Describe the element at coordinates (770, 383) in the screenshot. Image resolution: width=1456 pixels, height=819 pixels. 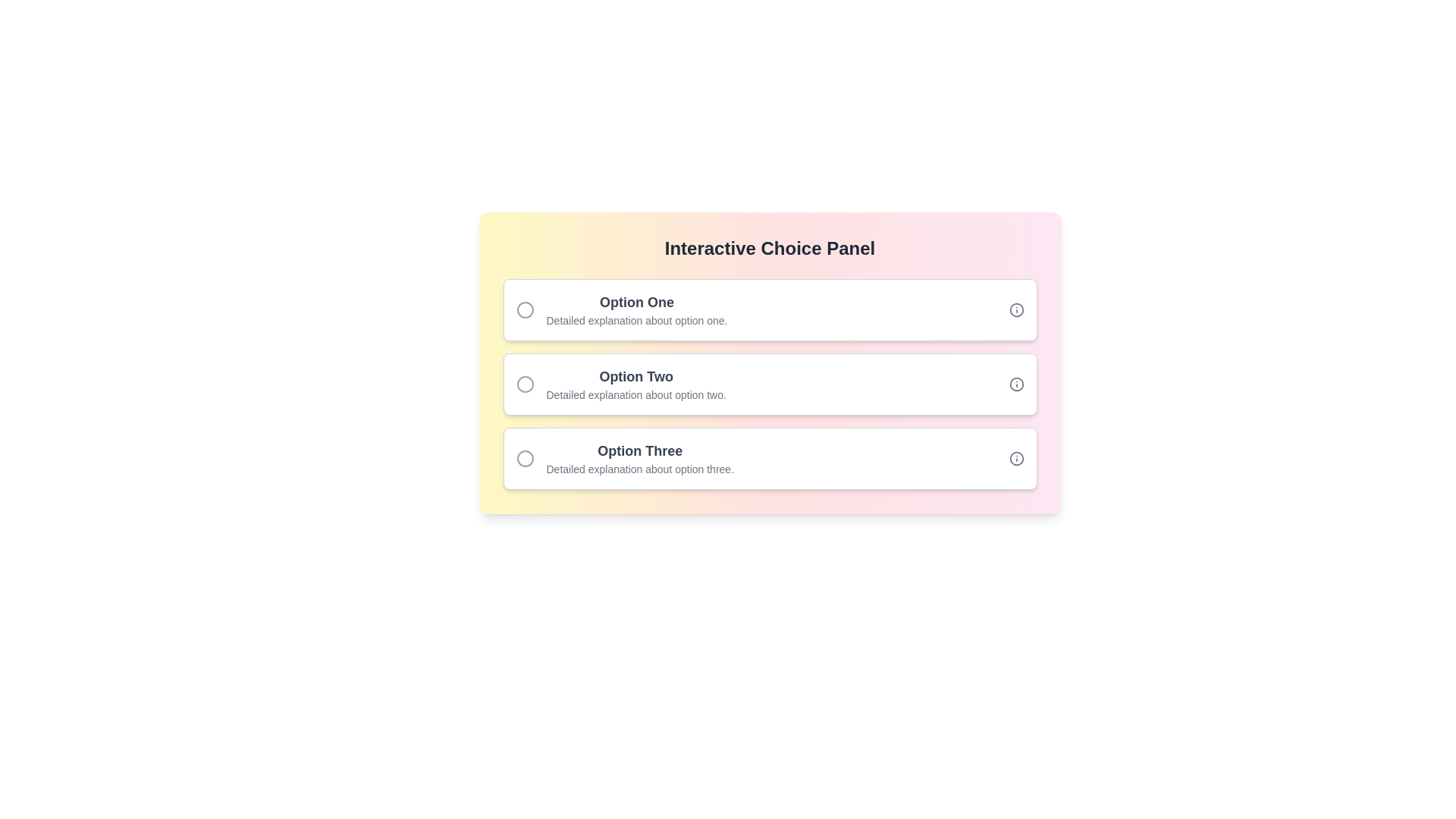
I see `the second option card in the 'Interactive Choice Panel' that allows users to select option two` at that location.